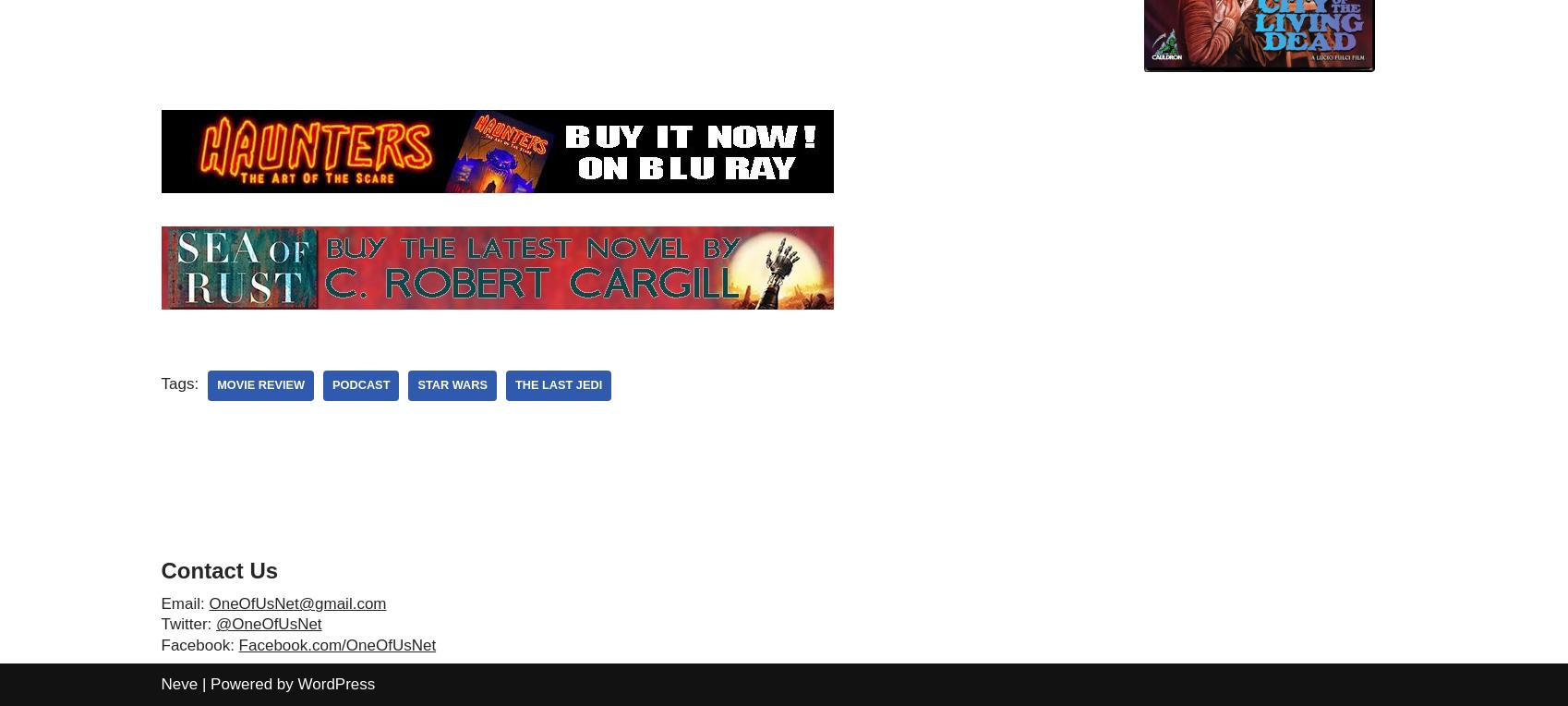 The height and width of the screenshot is (706, 1568). Describe the element at coordinates (199, 643) in the screenshot. I see `'Facebook:'` at that location.